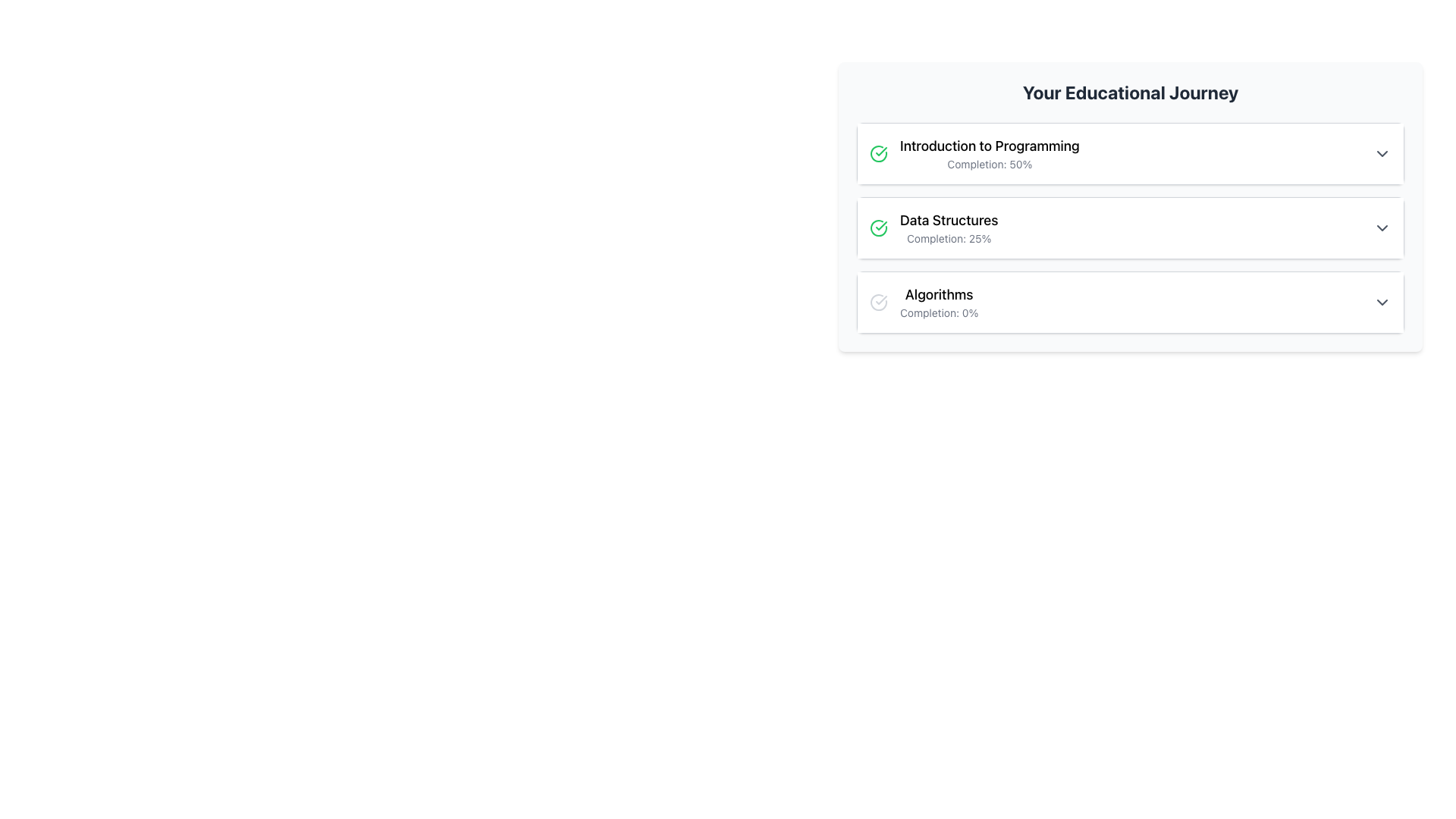 The image size is (1456, 819). Describe the element at coordinates (990, 154) in the screenshot. I see `text label that displays the title and progress completion percentage for the 'Introduction to Programming' module, located in the upper right section of the window above the modules 'Data Structures' and 'Algorithms'` at that location.